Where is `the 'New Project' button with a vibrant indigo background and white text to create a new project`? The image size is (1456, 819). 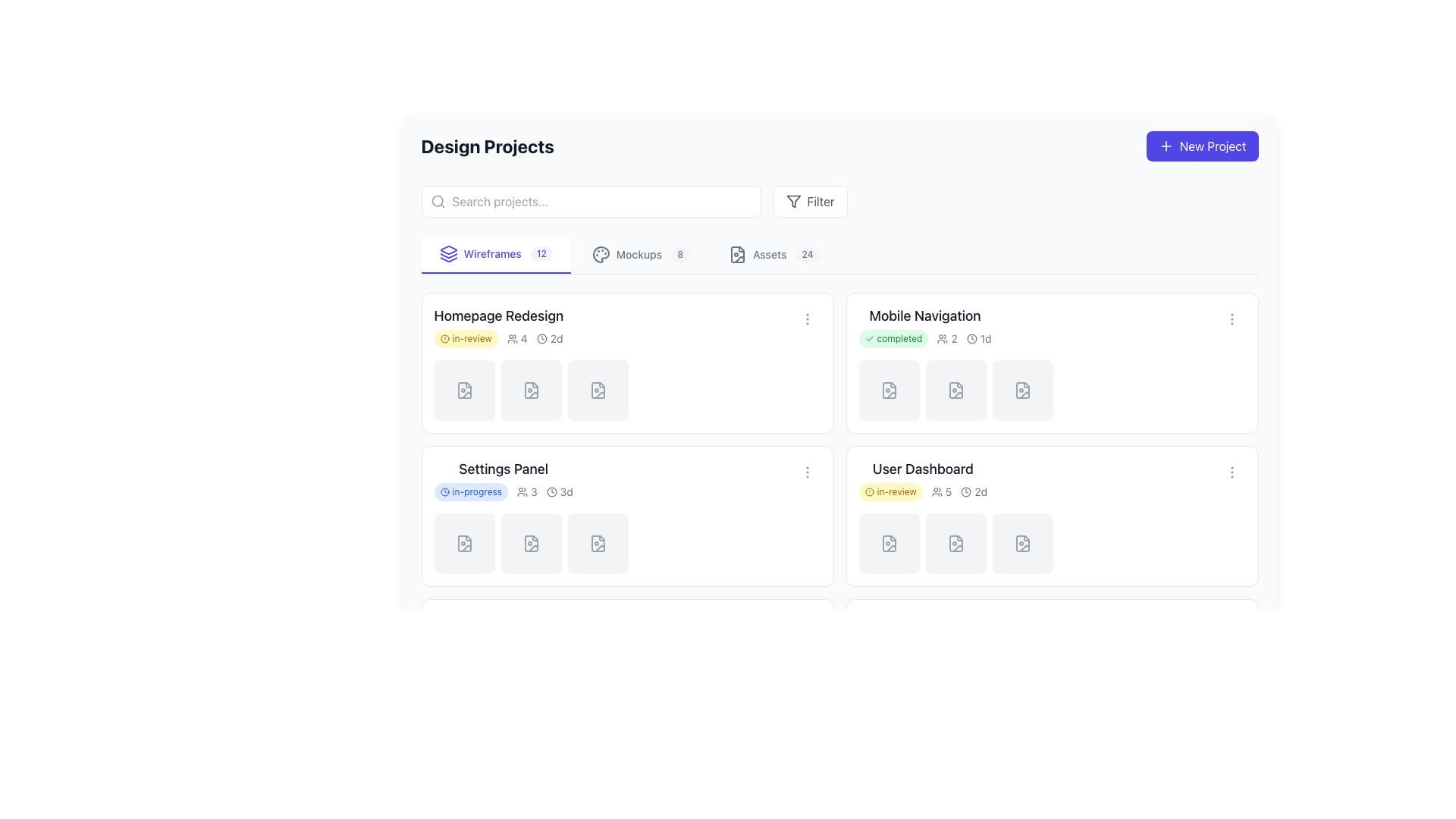
the 'New Project' button with a vibrant indigo background and white text to create a new project is located at coordinates (1201, 146).